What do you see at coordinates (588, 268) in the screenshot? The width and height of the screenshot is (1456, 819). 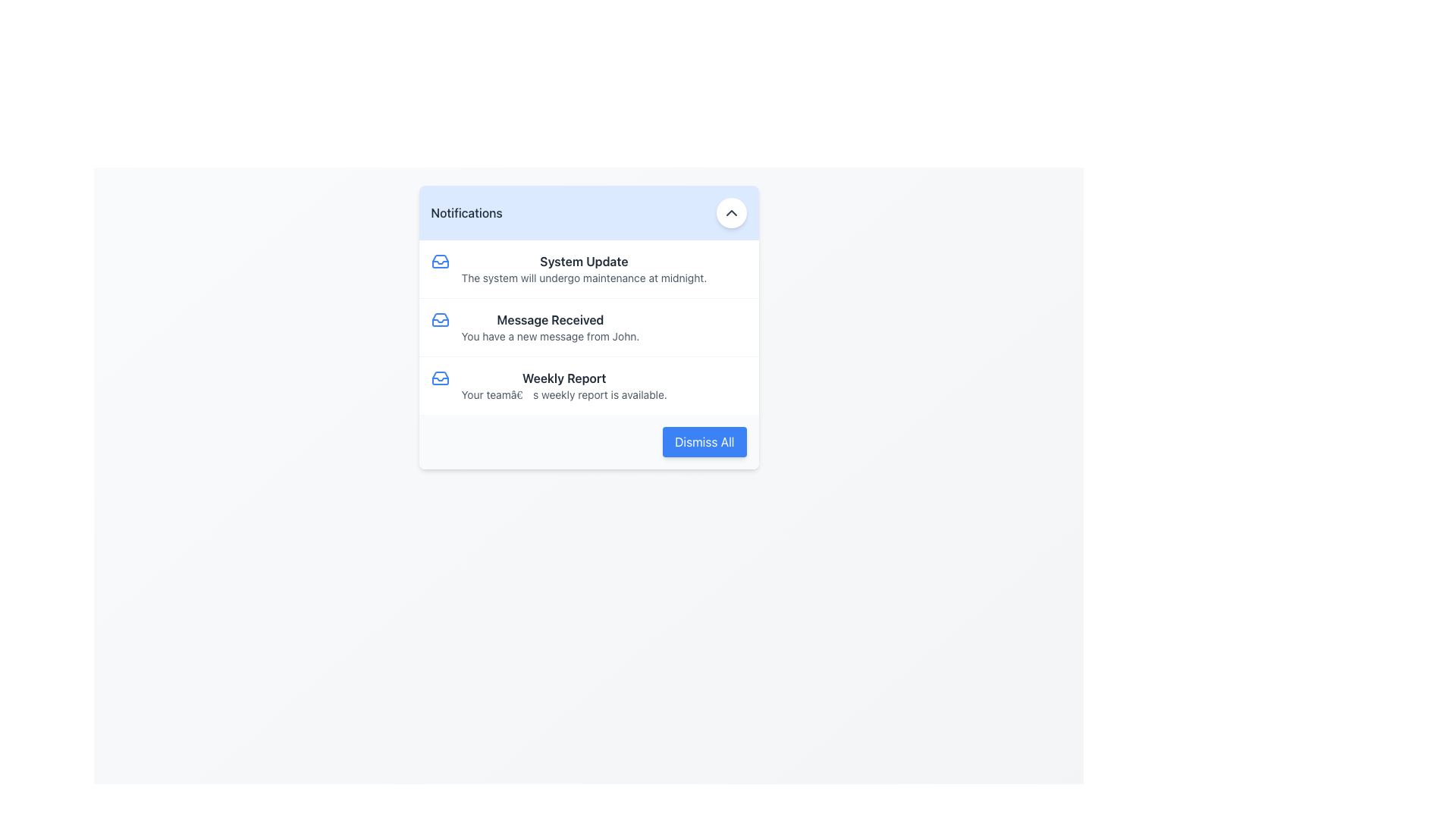 I see `the Notification Card that informs about the upcoming system update scheduled at midnight, located directly below the 'Notifications' section header` at bounding box center [588, 268].